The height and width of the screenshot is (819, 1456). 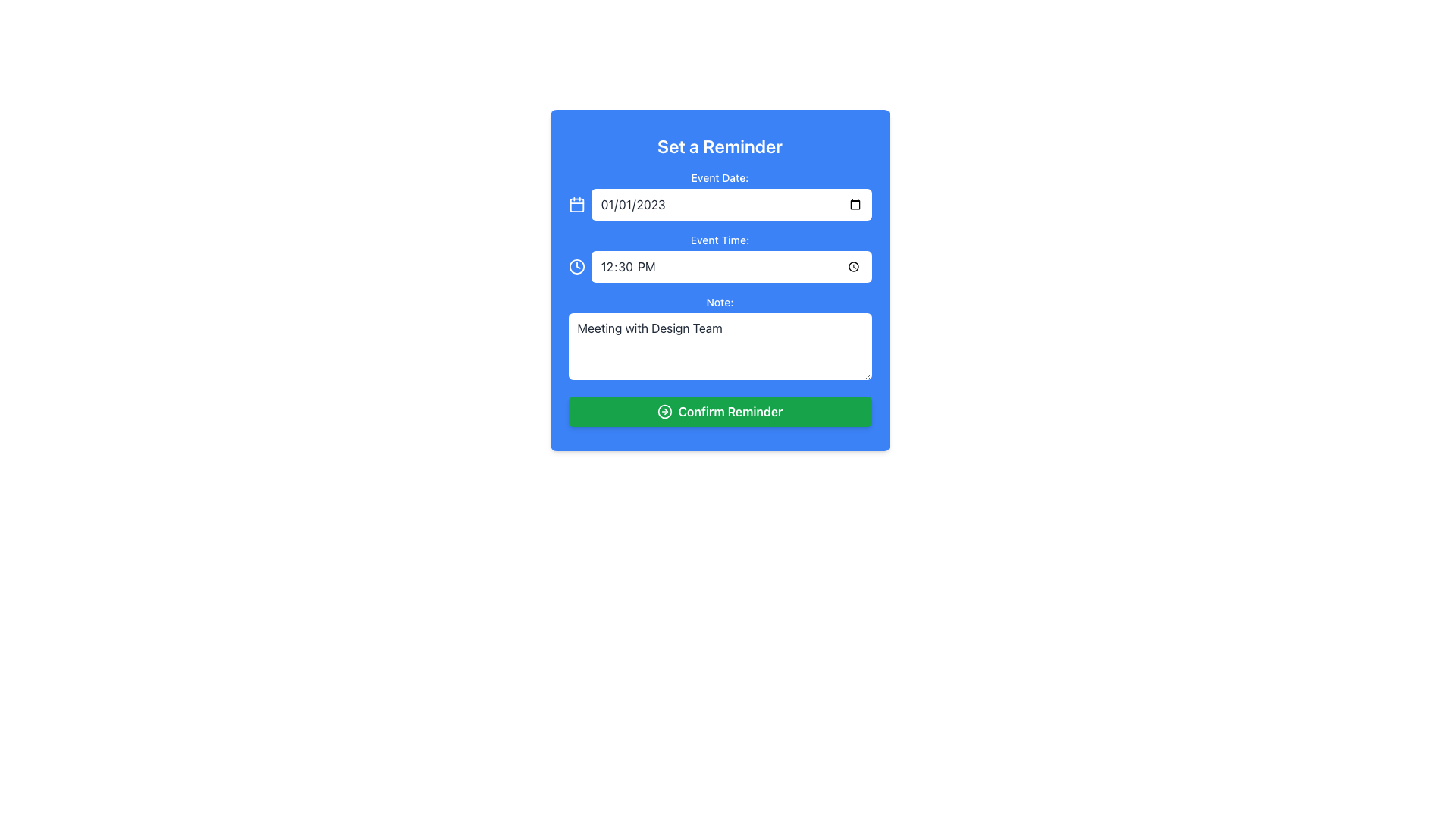 I want to click on the icon located on the left side of the 'Confirm Reminder' button at the bottom of the card-like component, so click(x=664, y=412).